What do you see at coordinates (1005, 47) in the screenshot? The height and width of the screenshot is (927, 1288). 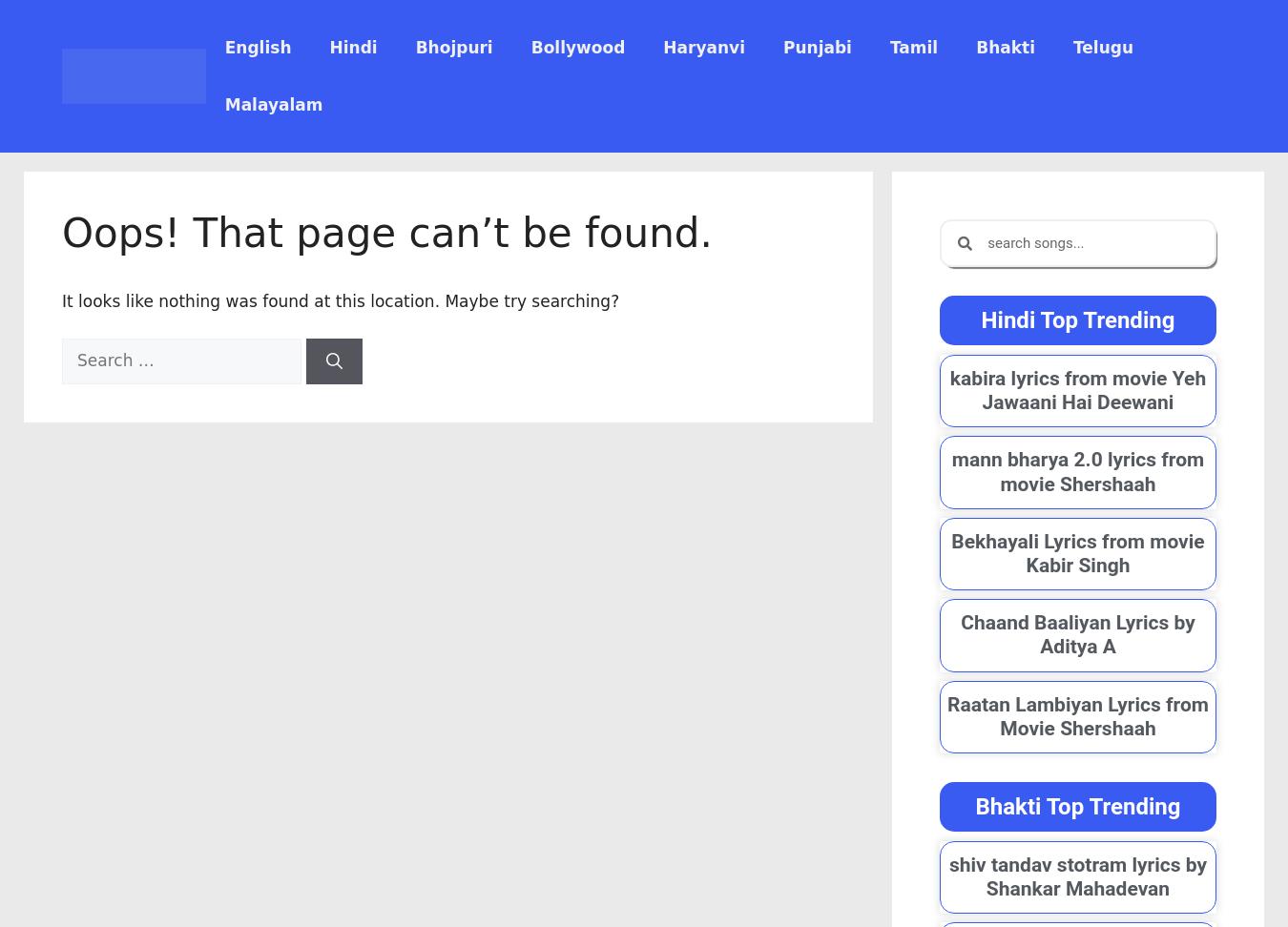 I see `'Bhakti'` at bounding box center [1005, 47].